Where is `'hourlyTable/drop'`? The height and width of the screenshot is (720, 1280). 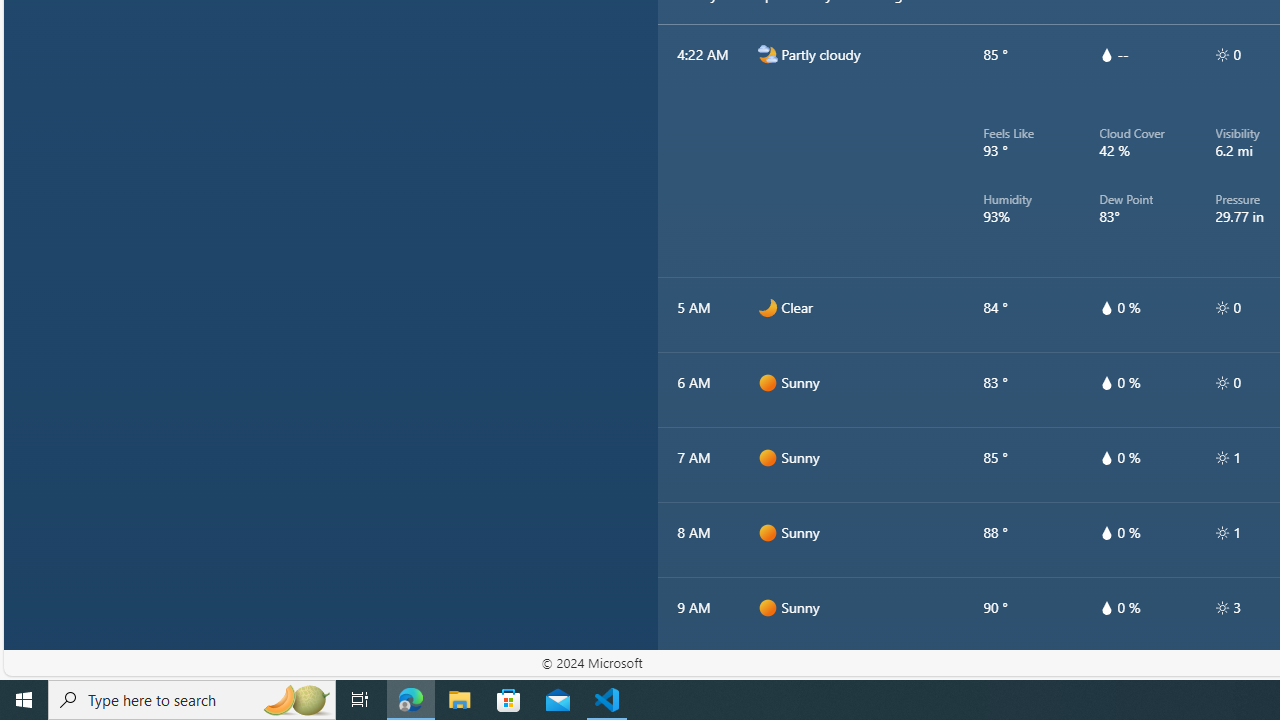 'hourlyTable/drop' is located at coordinates (1105, 607).